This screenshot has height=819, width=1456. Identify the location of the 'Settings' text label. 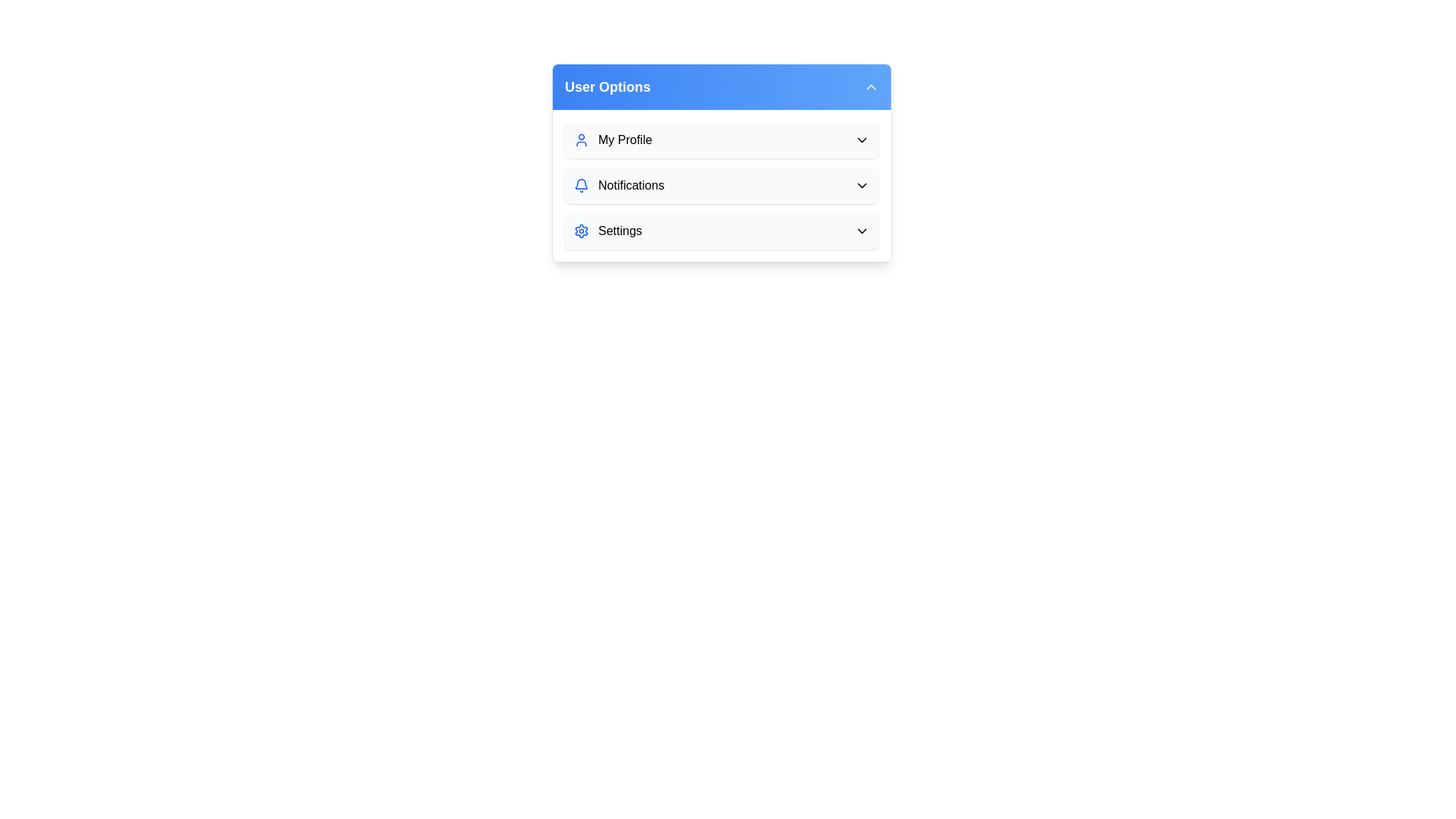
(620, 231).